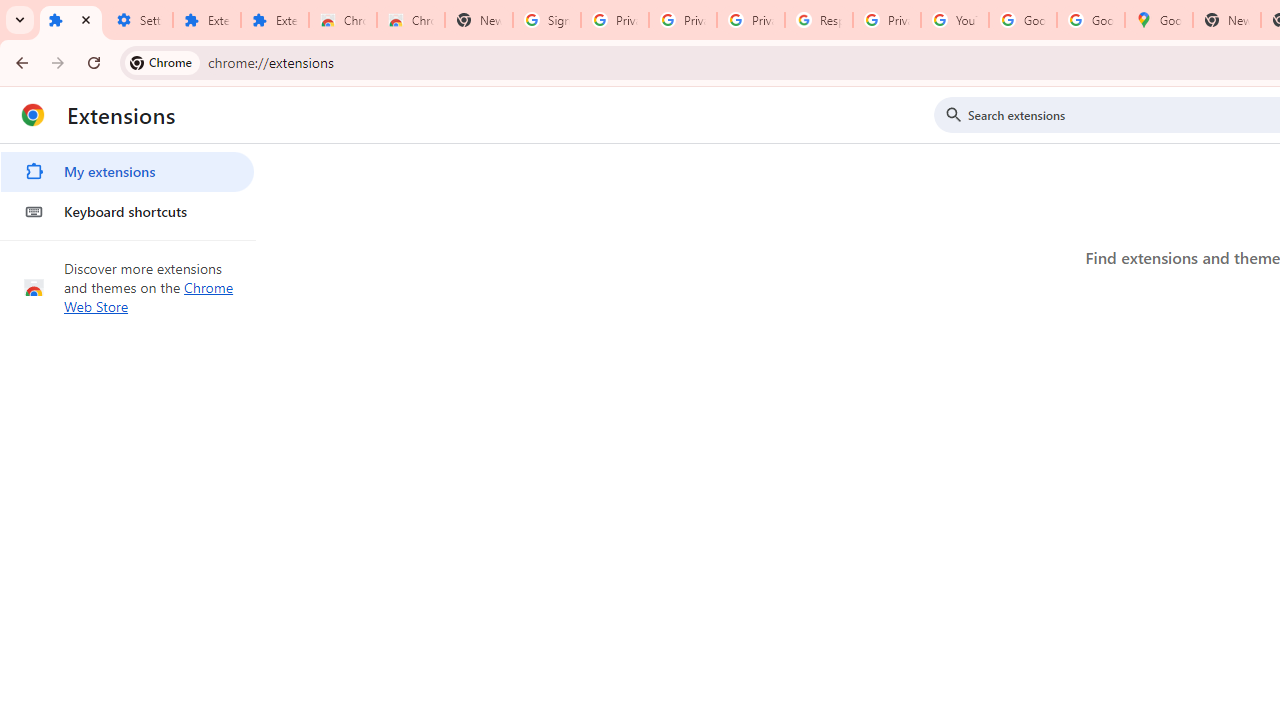  What do you see at coordinates (478, 20) in the screenshot?
I see `'New Tab'` at bounding box center [478, 20].